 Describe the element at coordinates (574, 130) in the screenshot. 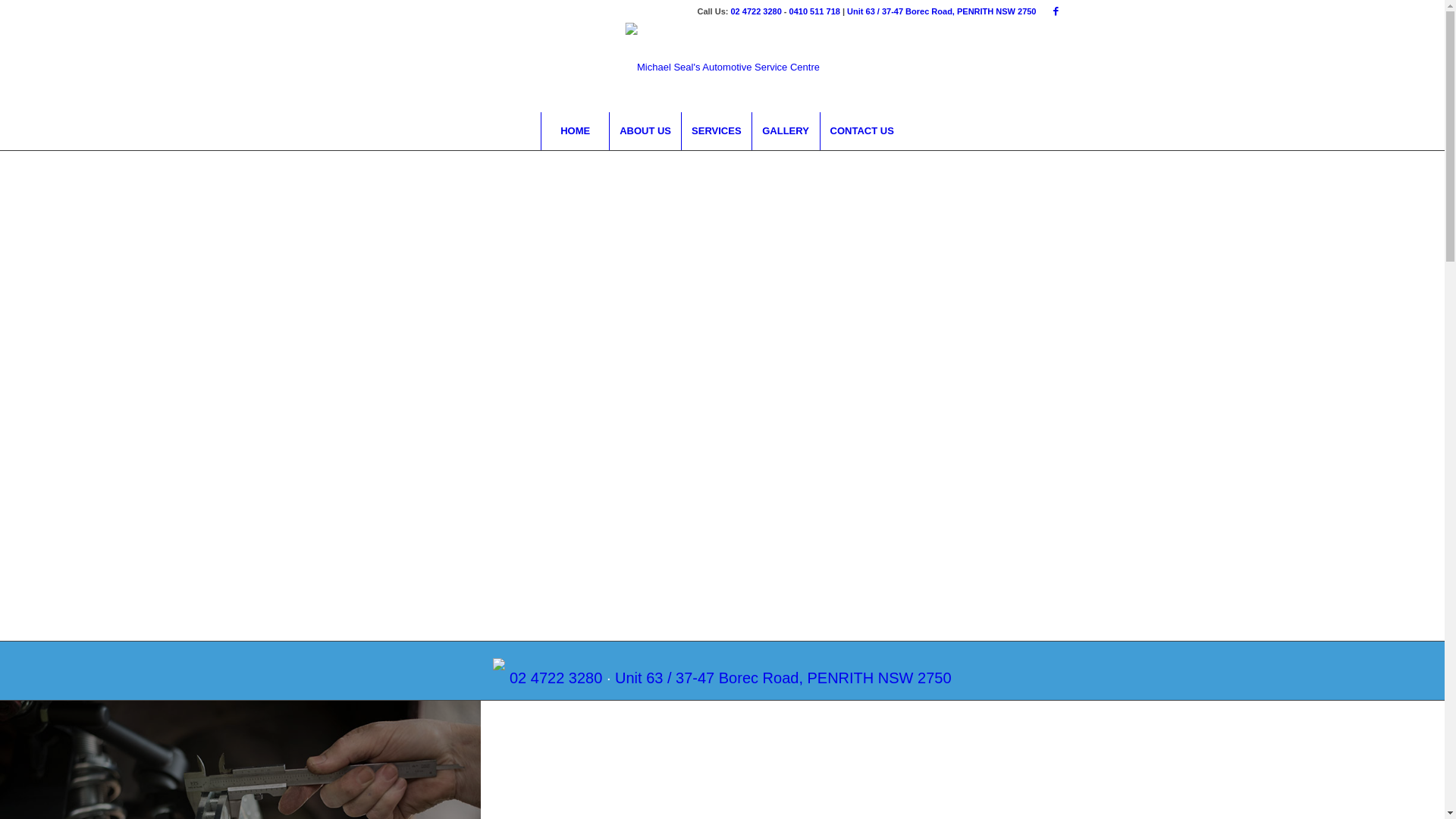

I see `'HOME'` at that location.